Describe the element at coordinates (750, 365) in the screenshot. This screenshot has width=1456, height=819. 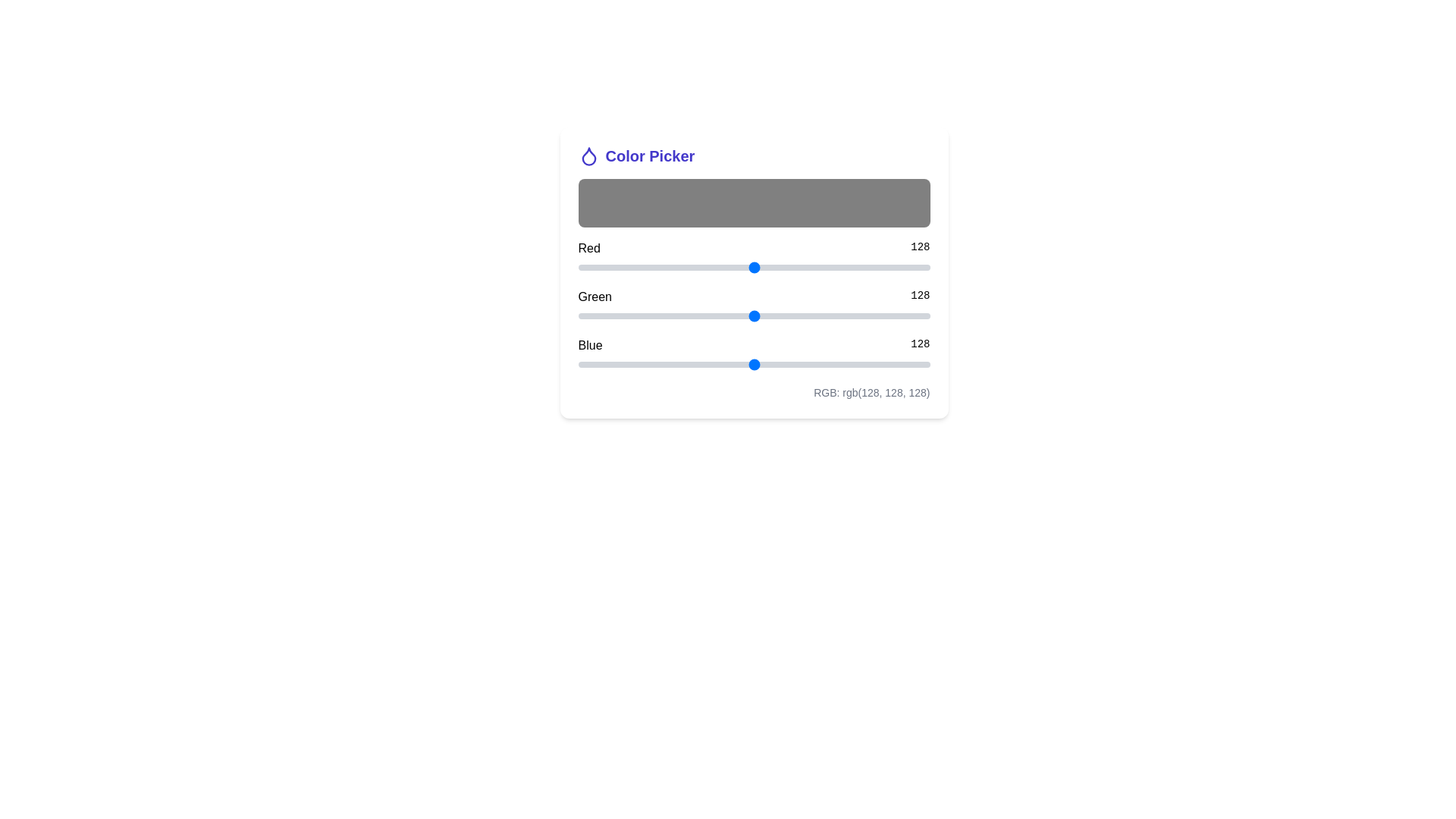
I see `the blue slider to set the blue component to 125` at that location.